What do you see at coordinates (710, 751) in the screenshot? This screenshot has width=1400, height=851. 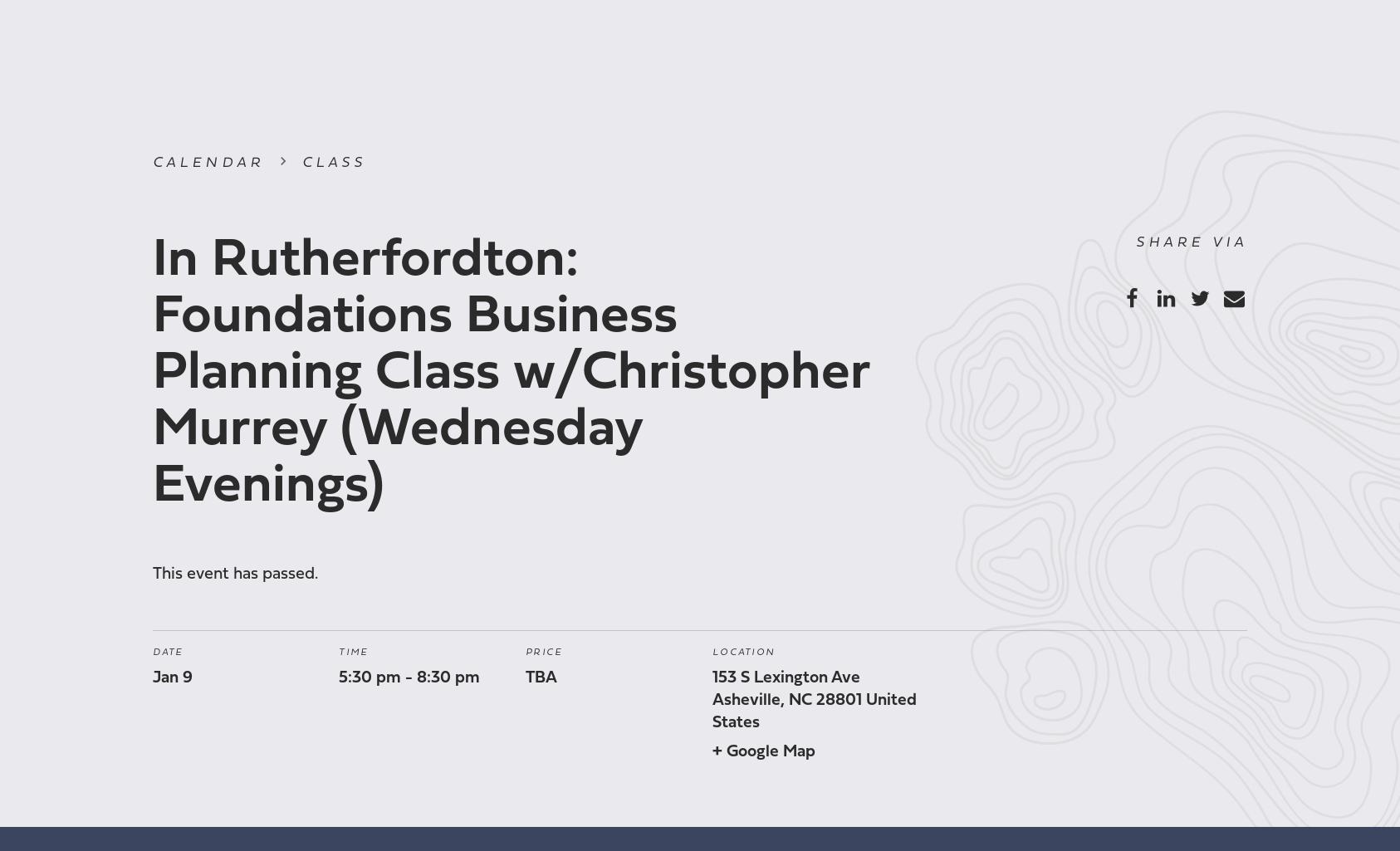 I see `'+ Google Map'` at bounding box center [710, 751].